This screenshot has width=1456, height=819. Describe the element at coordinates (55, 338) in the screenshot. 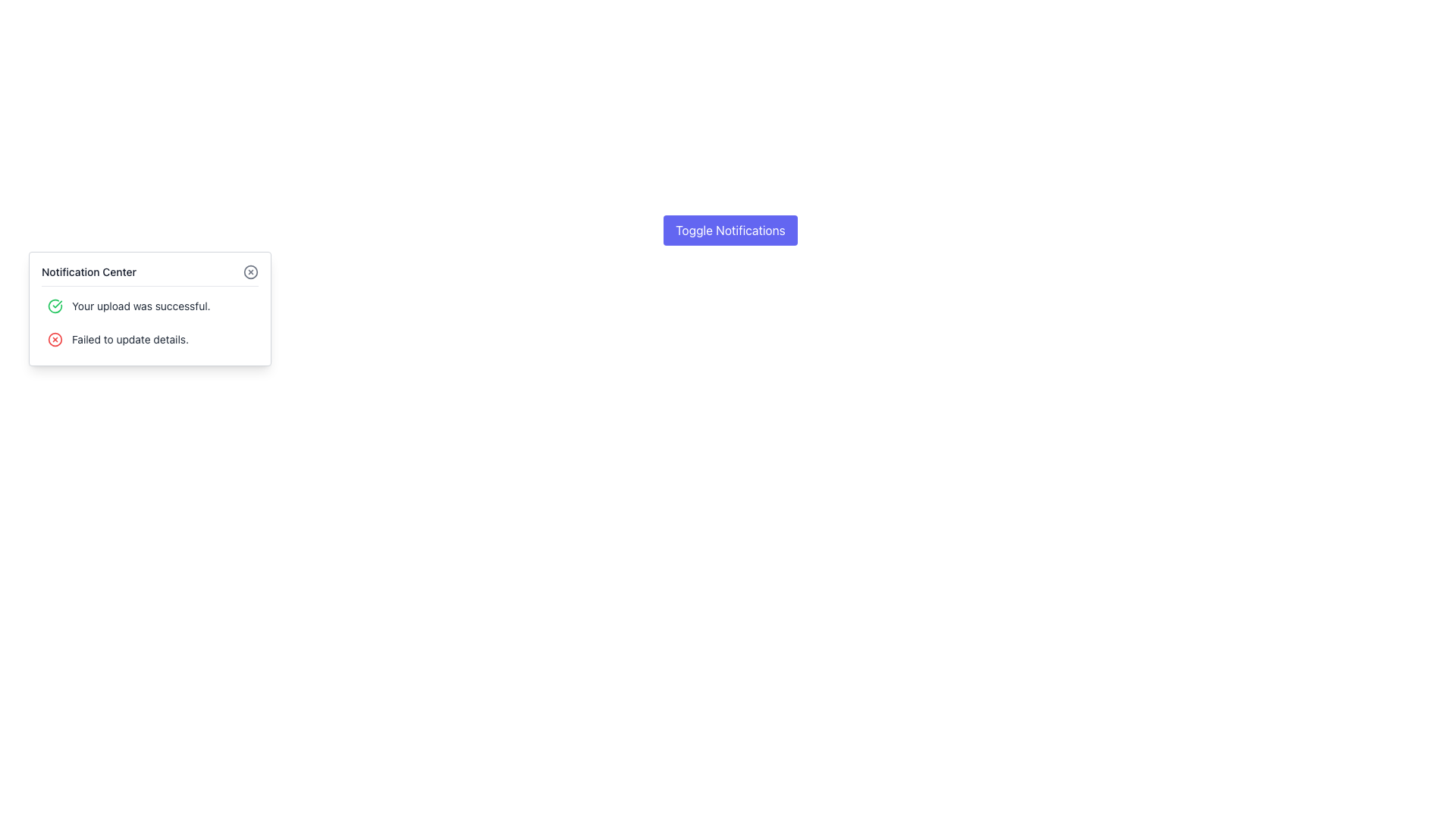

I see `the error indicator icon located to the left of the text 'Failed to update details.' in the notification block` at that location.